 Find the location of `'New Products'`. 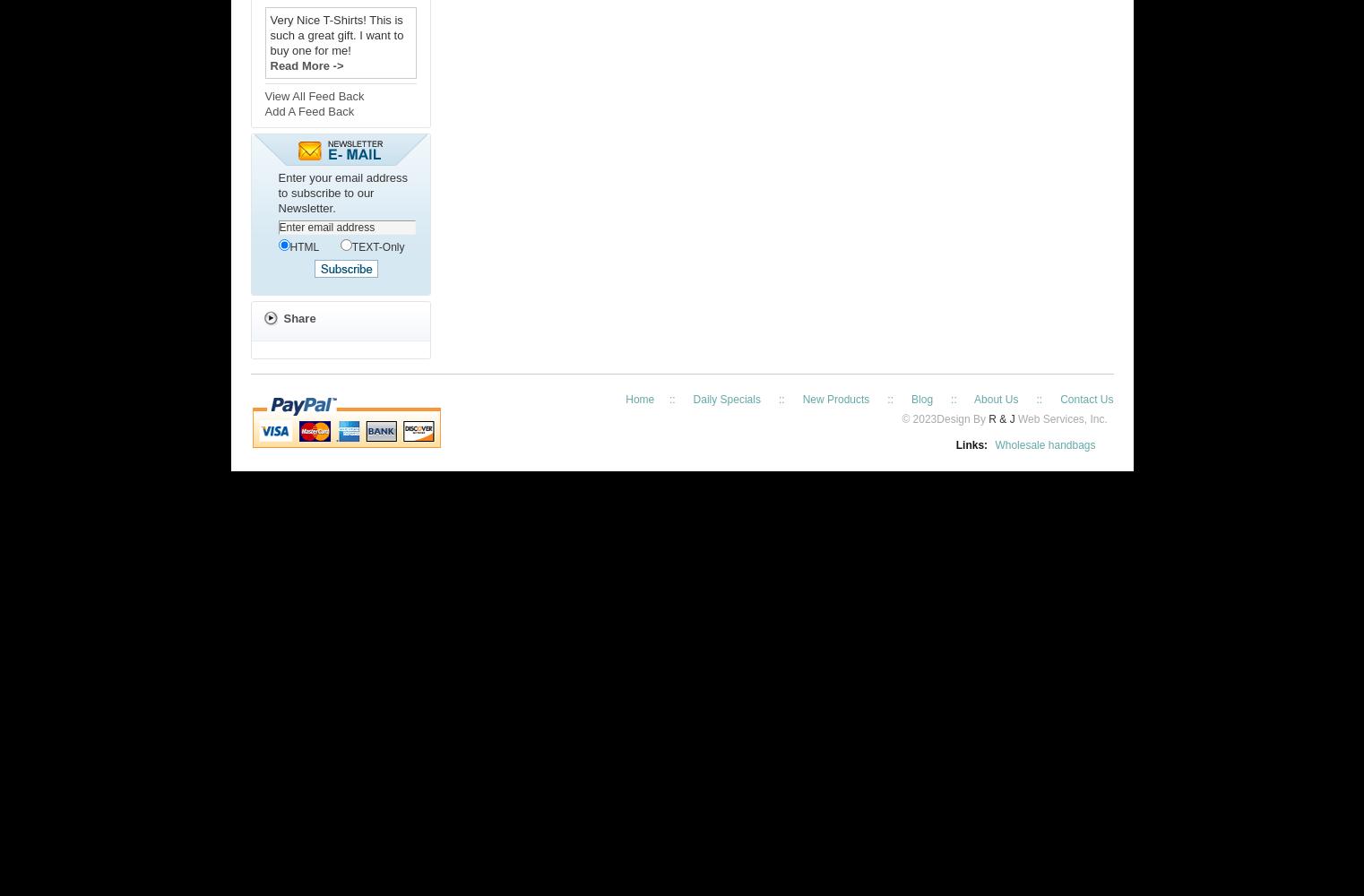

'New Products' is located at coordinates (834, 399).